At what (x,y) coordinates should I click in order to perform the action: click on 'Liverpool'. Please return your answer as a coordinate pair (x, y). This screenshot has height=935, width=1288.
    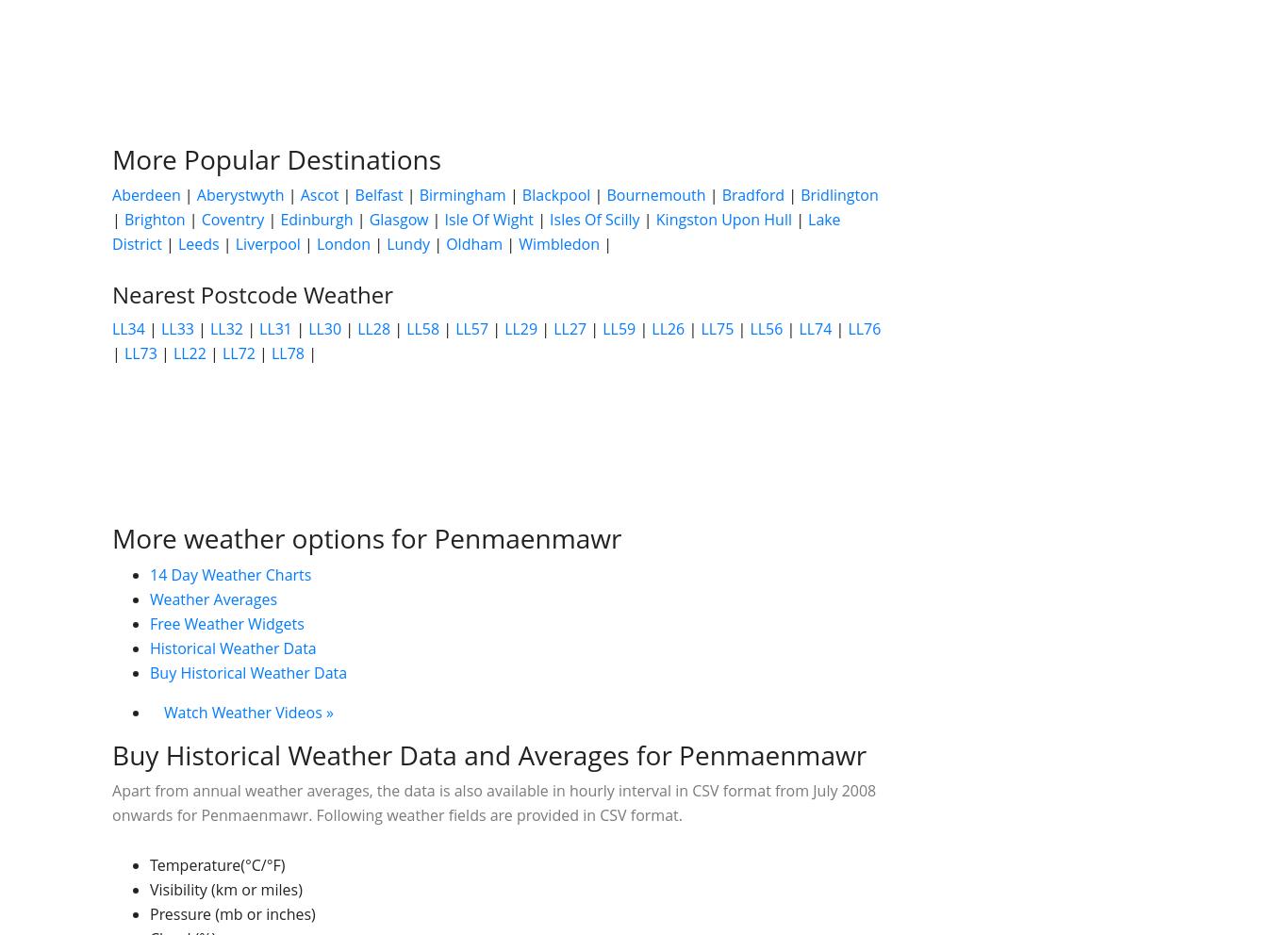
    Looking at the image, I should click on (235, 243).